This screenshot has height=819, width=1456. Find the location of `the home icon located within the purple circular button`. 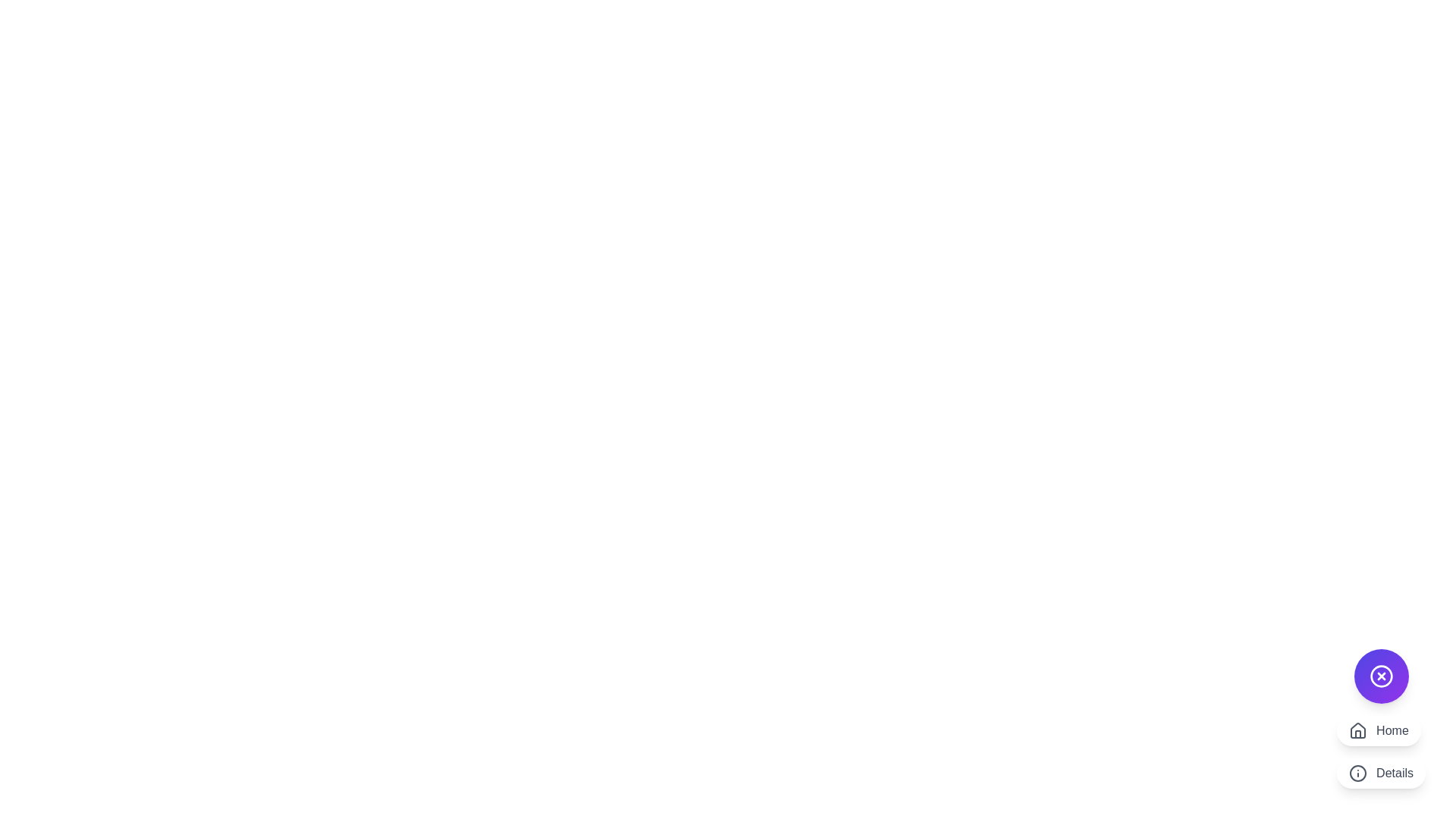

the home icon located within the purple circular button is located at coordinates (1358, 733).